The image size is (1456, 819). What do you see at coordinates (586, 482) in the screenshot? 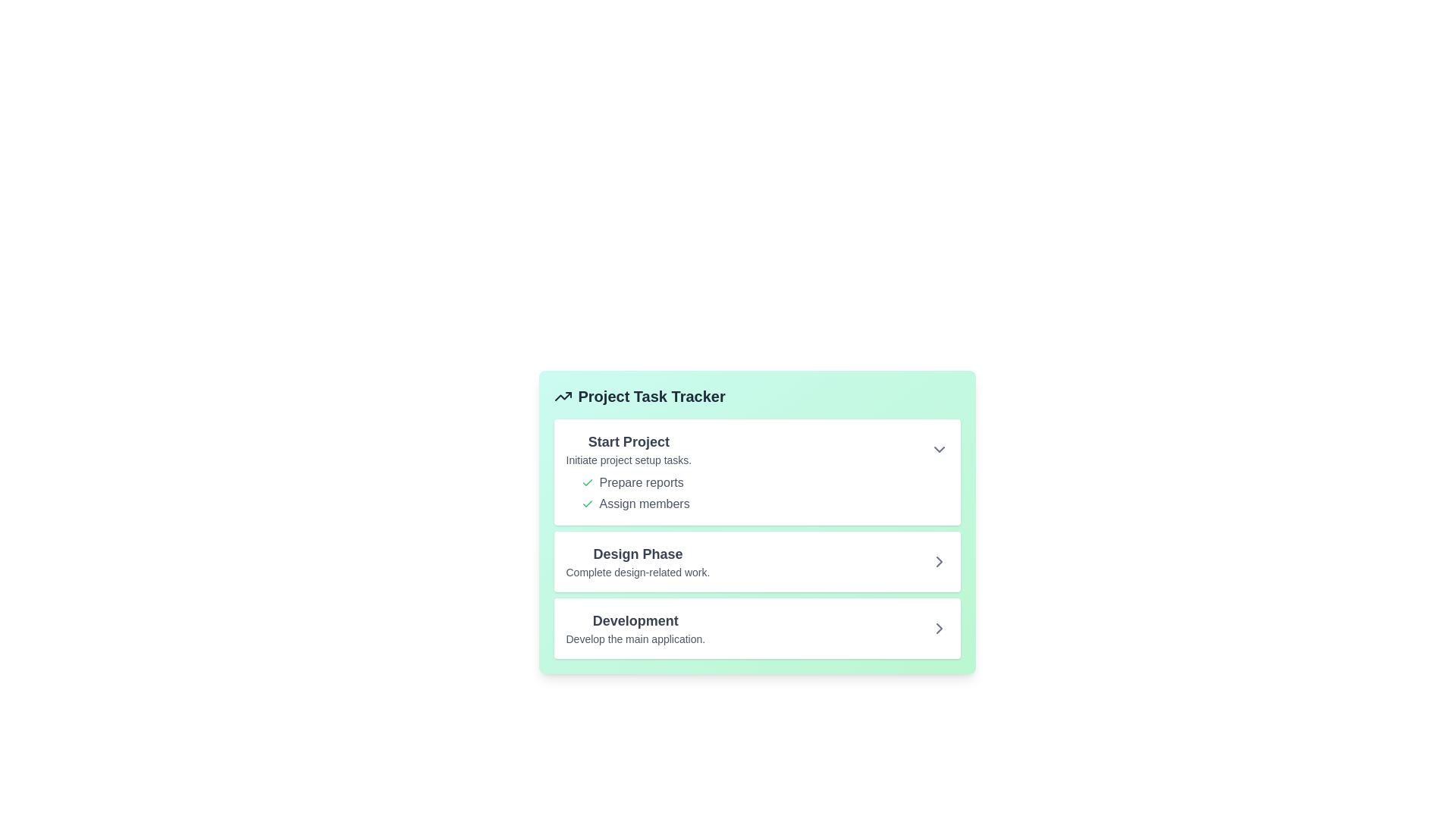
I see `the step Prepare reports in the expanded task` at bounding box center [586, 482].